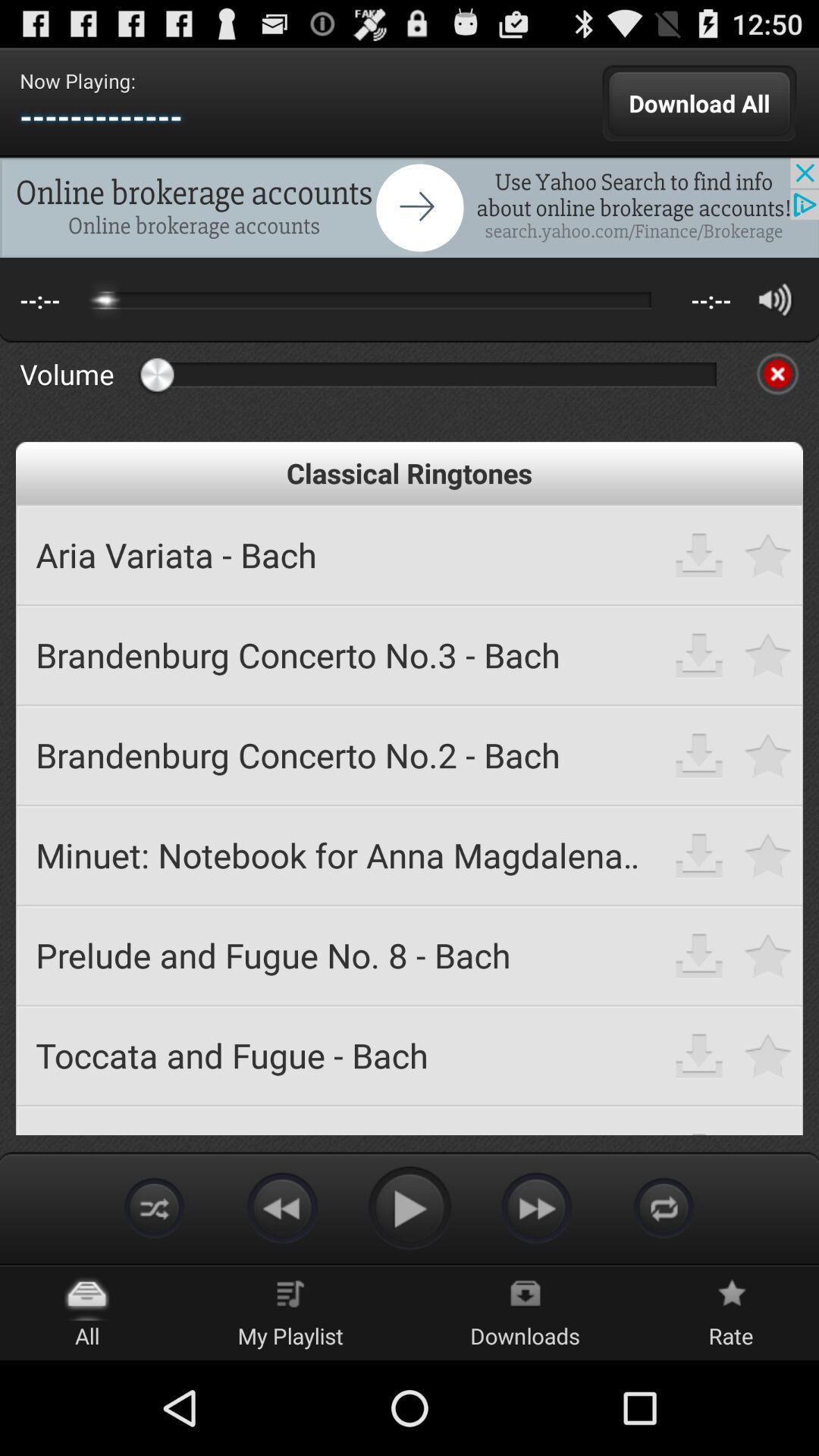 The image size is (819, 1456). I want to click on download, so click(699, 554).